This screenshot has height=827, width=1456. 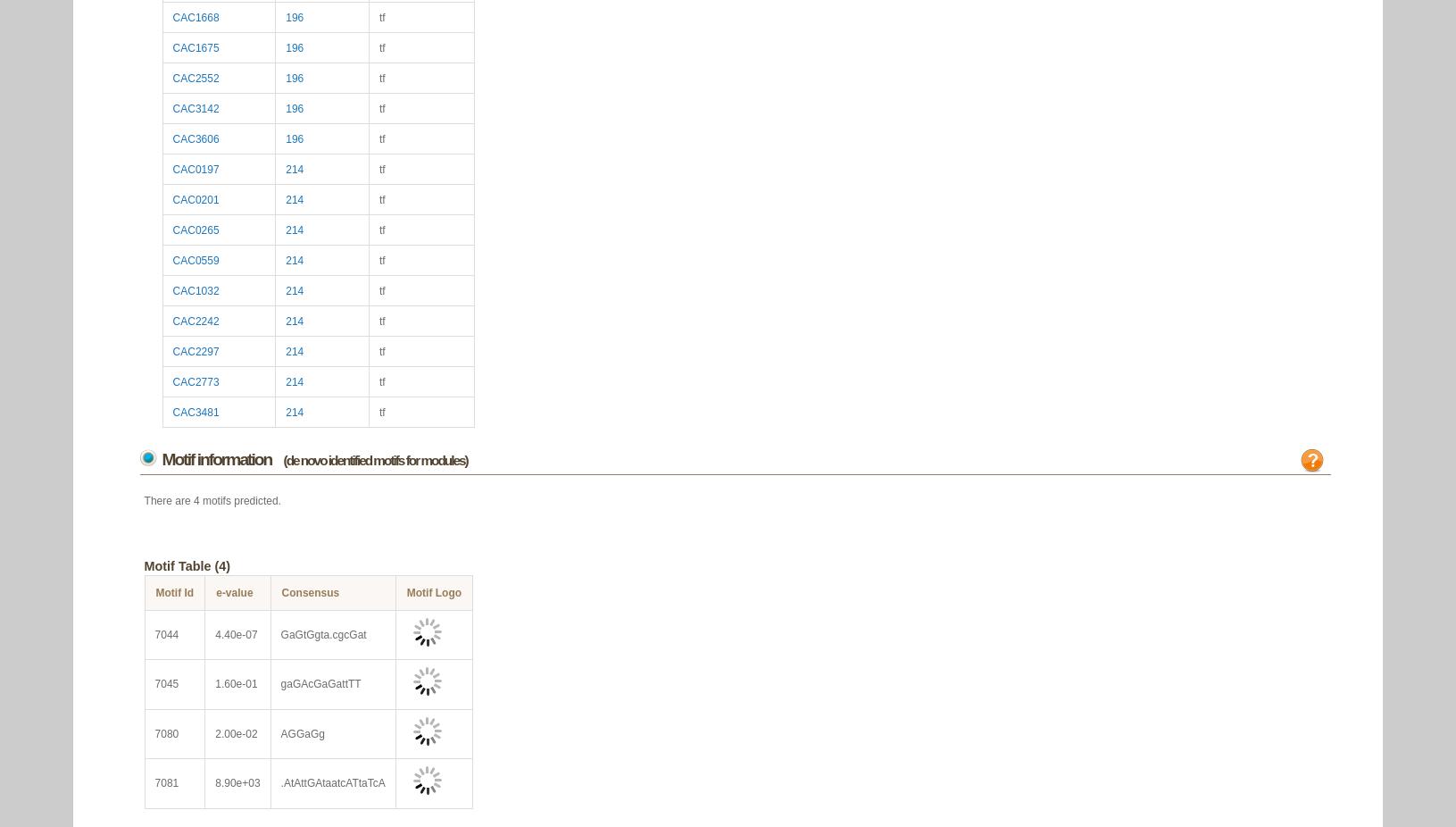 I want to click on 'CAC2552', so click(x=196, y=77).